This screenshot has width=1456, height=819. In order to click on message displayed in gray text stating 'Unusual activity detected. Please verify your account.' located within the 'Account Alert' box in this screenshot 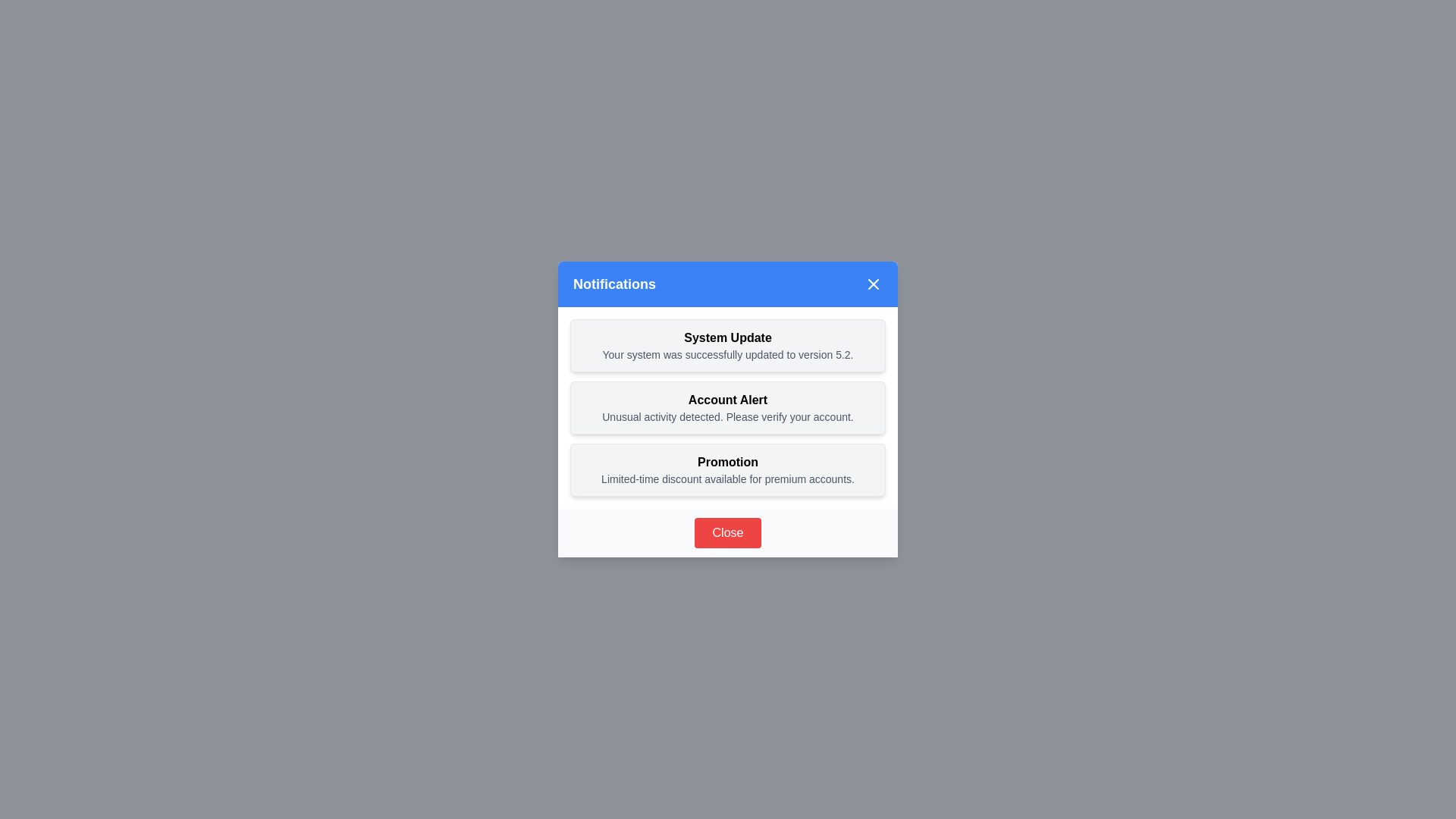, I will do `click(728, 417)`.